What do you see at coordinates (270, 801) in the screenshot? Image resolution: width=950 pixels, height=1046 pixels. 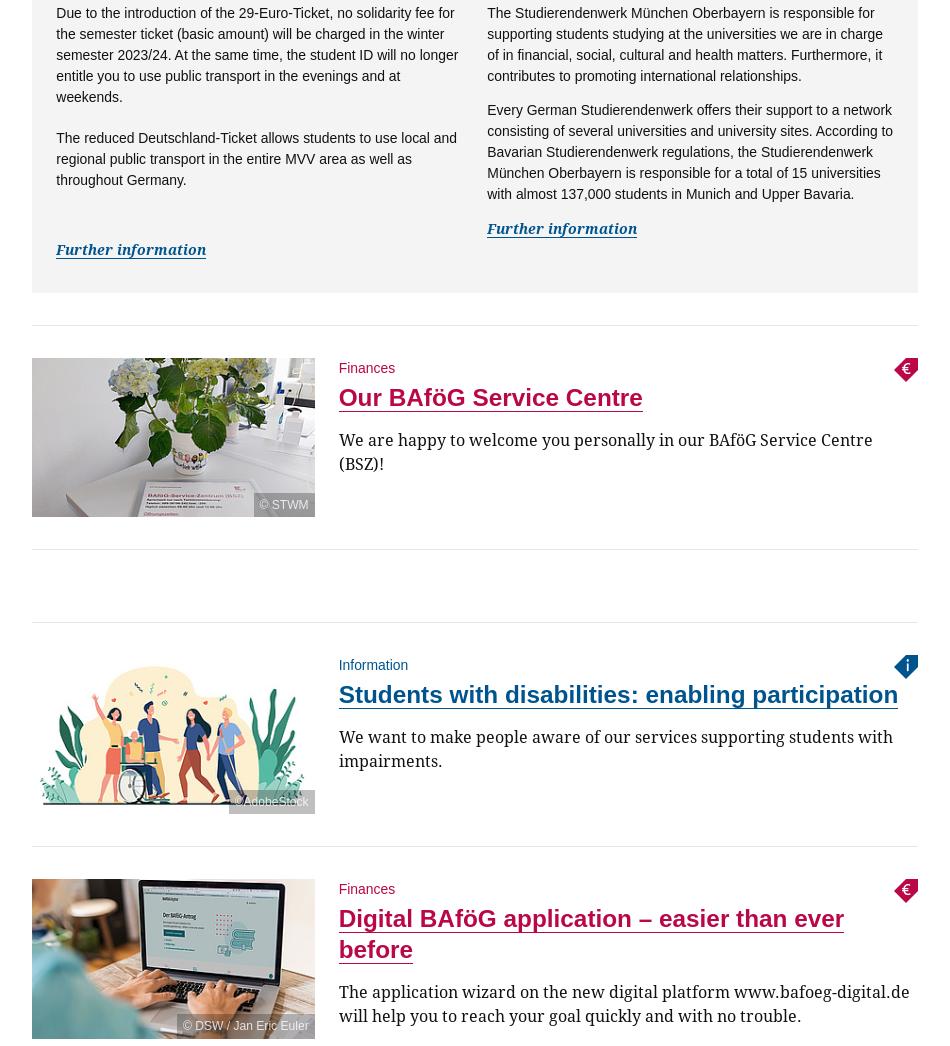 I see `'©AdobeStock'` at bounding box center [270, 801].